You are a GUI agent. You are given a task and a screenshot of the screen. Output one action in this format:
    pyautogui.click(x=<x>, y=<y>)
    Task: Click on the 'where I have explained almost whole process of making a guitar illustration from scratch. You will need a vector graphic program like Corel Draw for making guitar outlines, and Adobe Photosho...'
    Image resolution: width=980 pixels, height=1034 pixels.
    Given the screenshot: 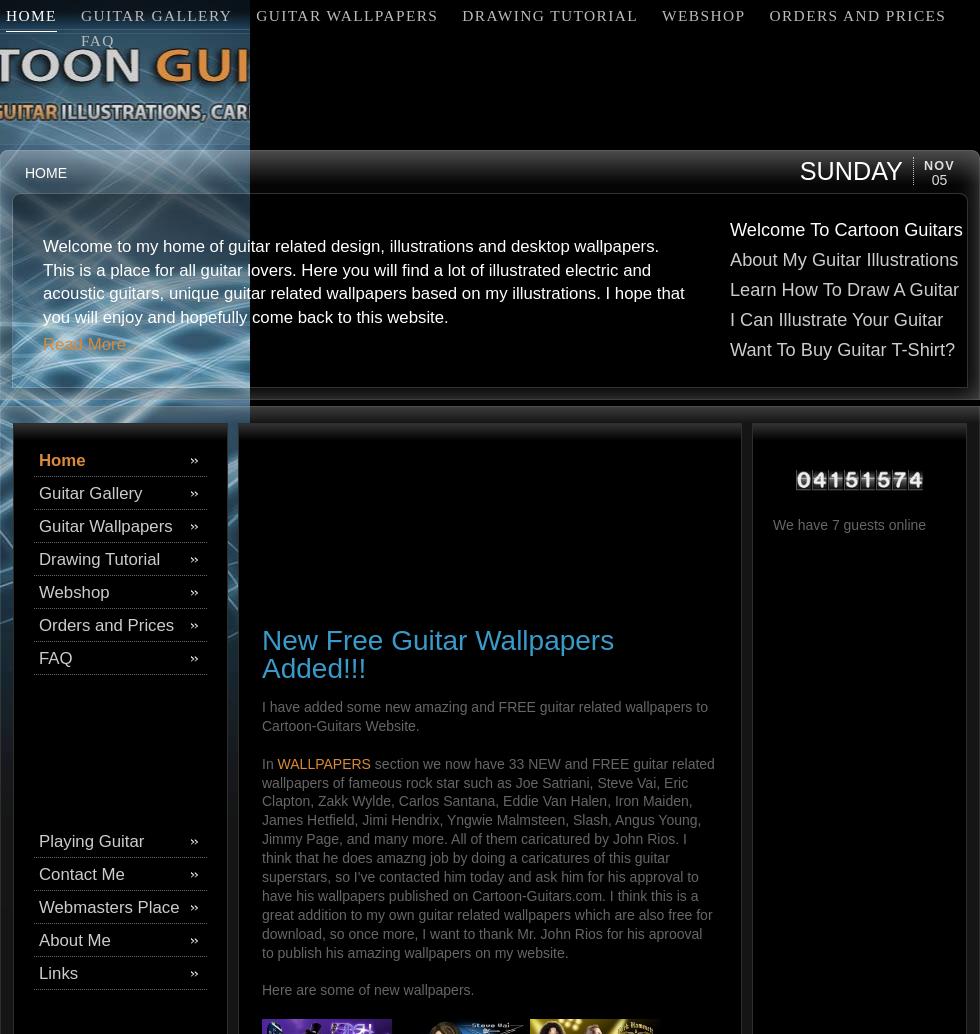 What is the action you would take?
    pyautogui.click(x=343, y=292)
    